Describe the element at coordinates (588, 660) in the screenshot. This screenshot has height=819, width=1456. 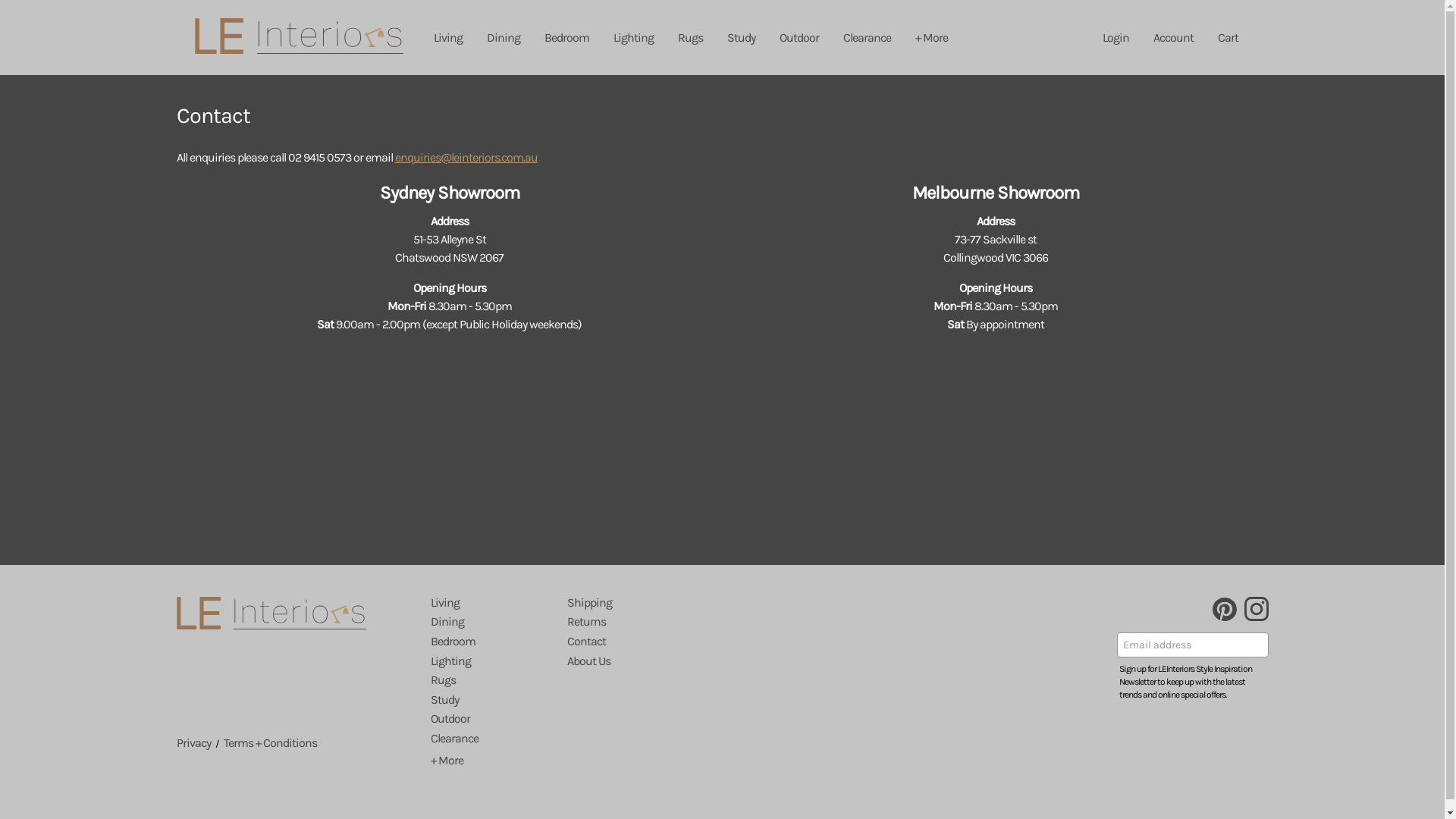
I see `'About Us'` at that location.